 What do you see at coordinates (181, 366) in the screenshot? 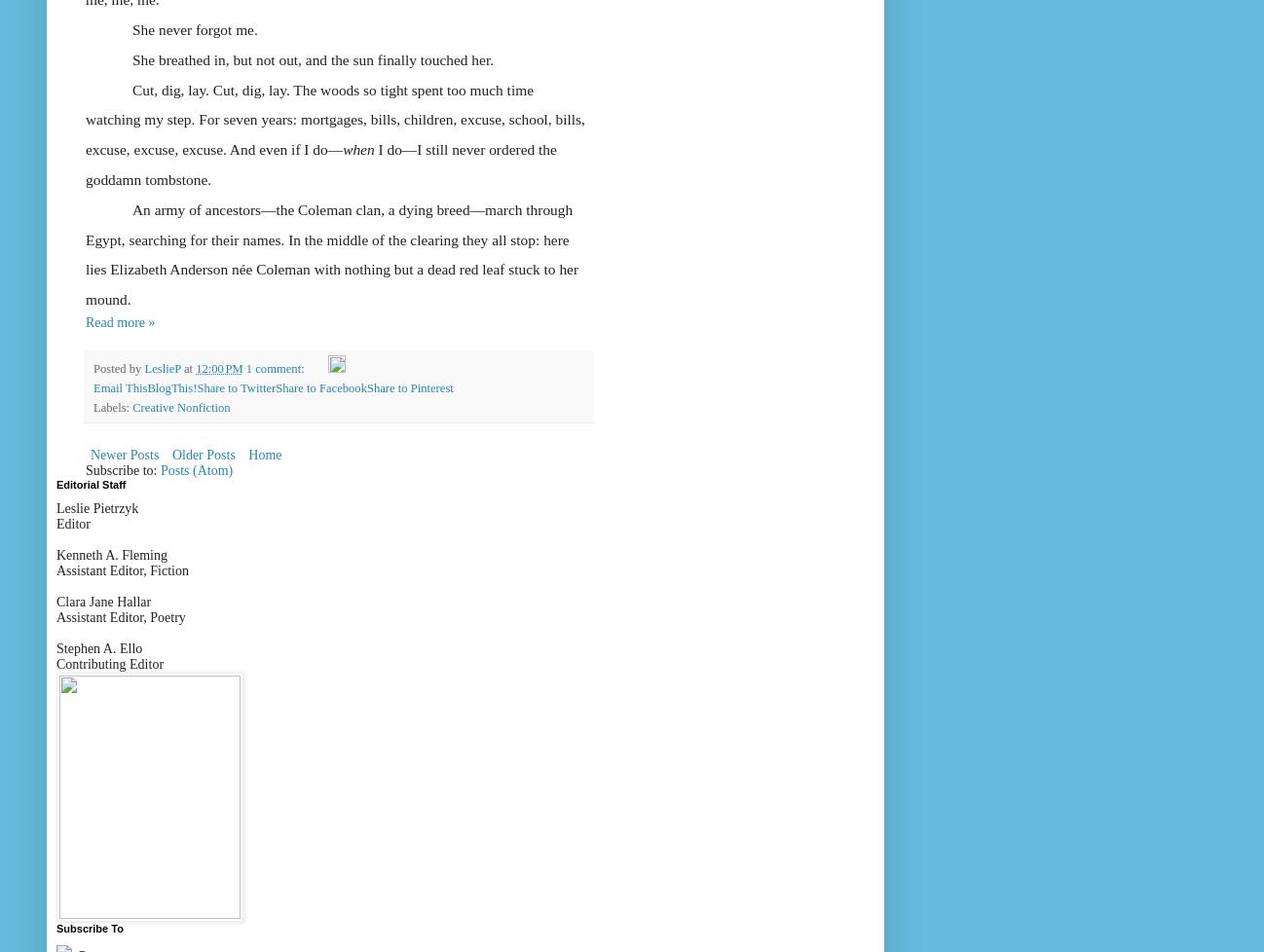
I see `'at'` at bounding box center [181, 366].